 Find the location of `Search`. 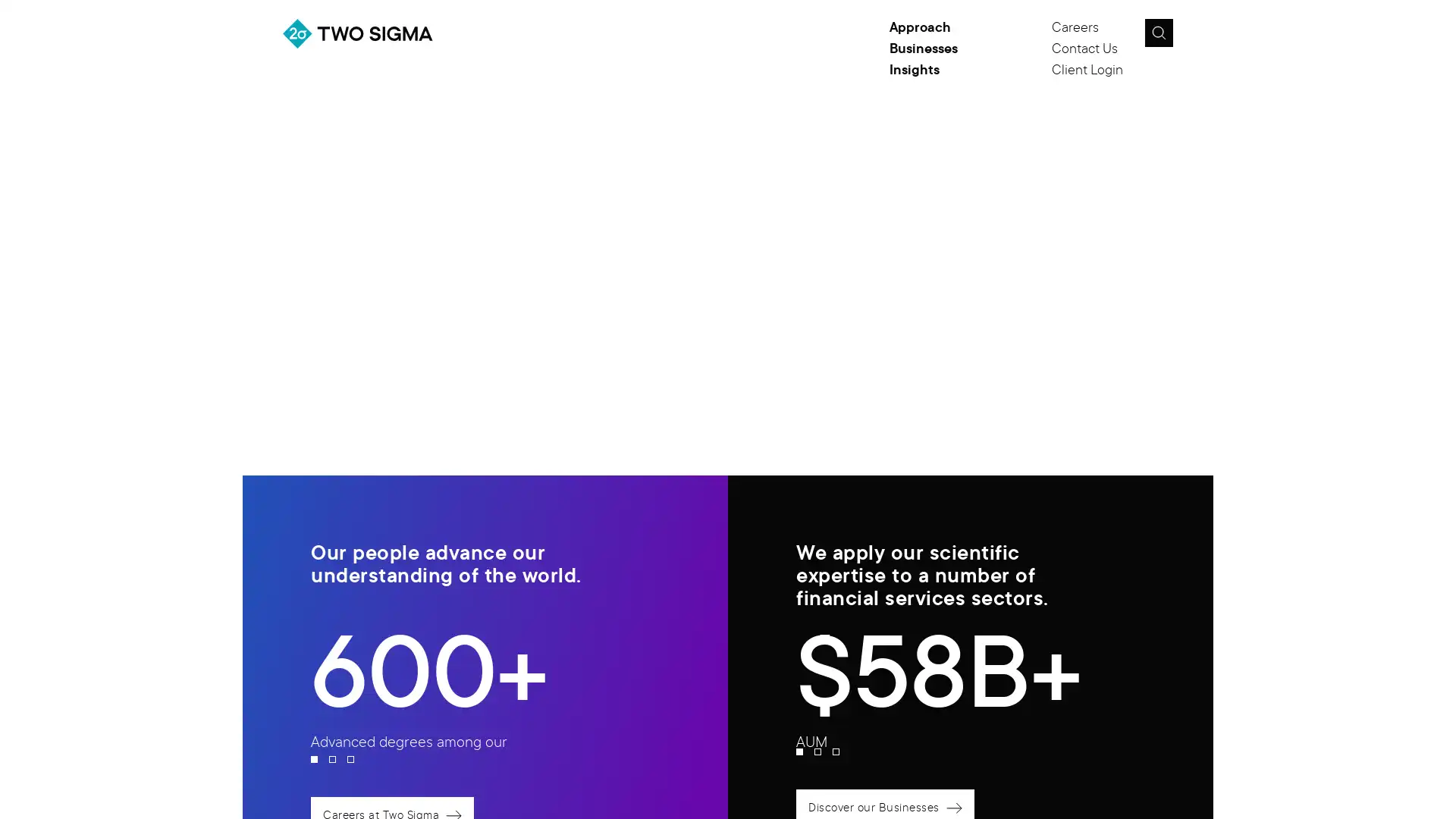

Search is located at coordinates (1193, 37).